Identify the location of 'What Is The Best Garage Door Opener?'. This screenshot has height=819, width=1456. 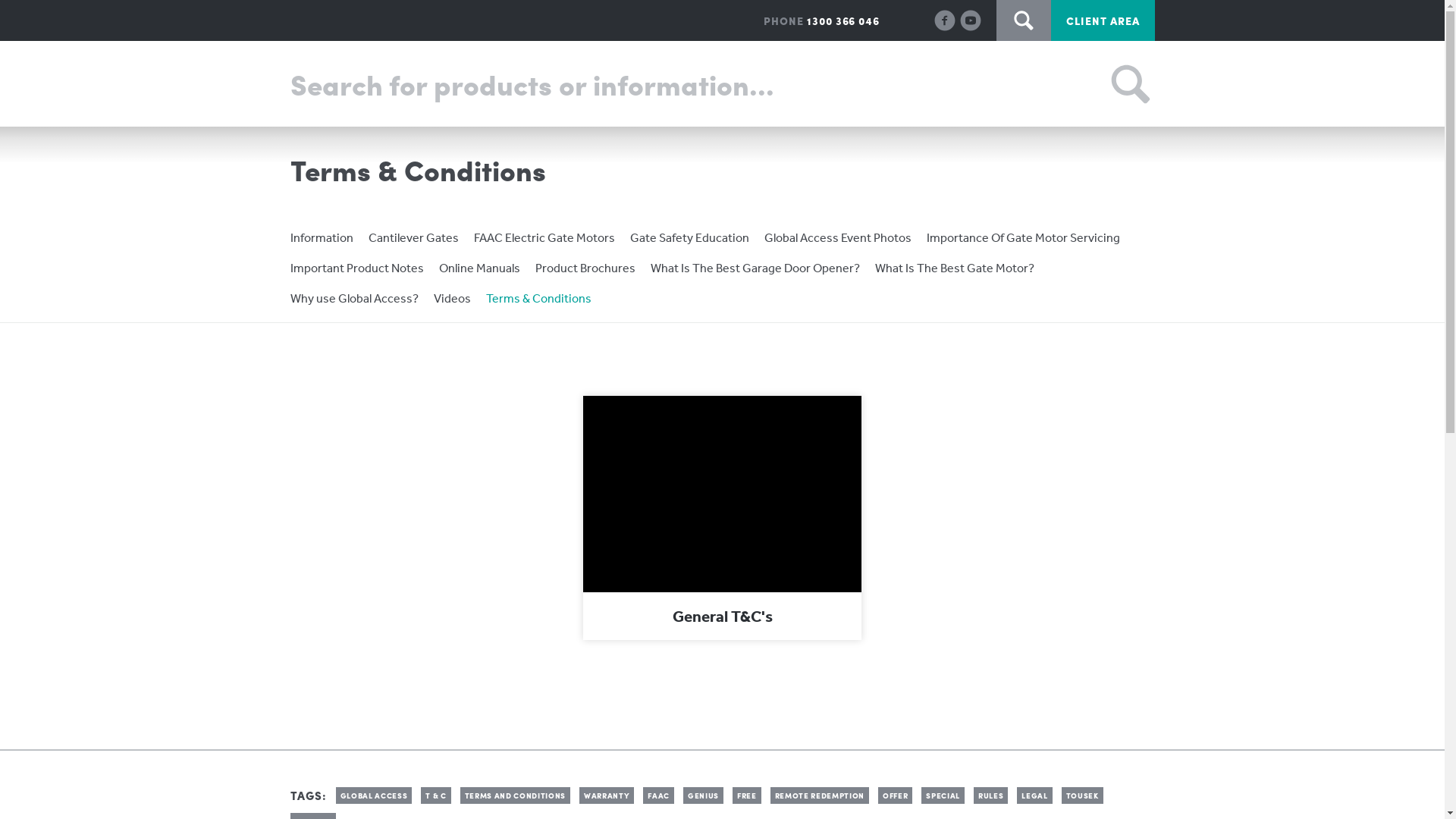
(651, 267).